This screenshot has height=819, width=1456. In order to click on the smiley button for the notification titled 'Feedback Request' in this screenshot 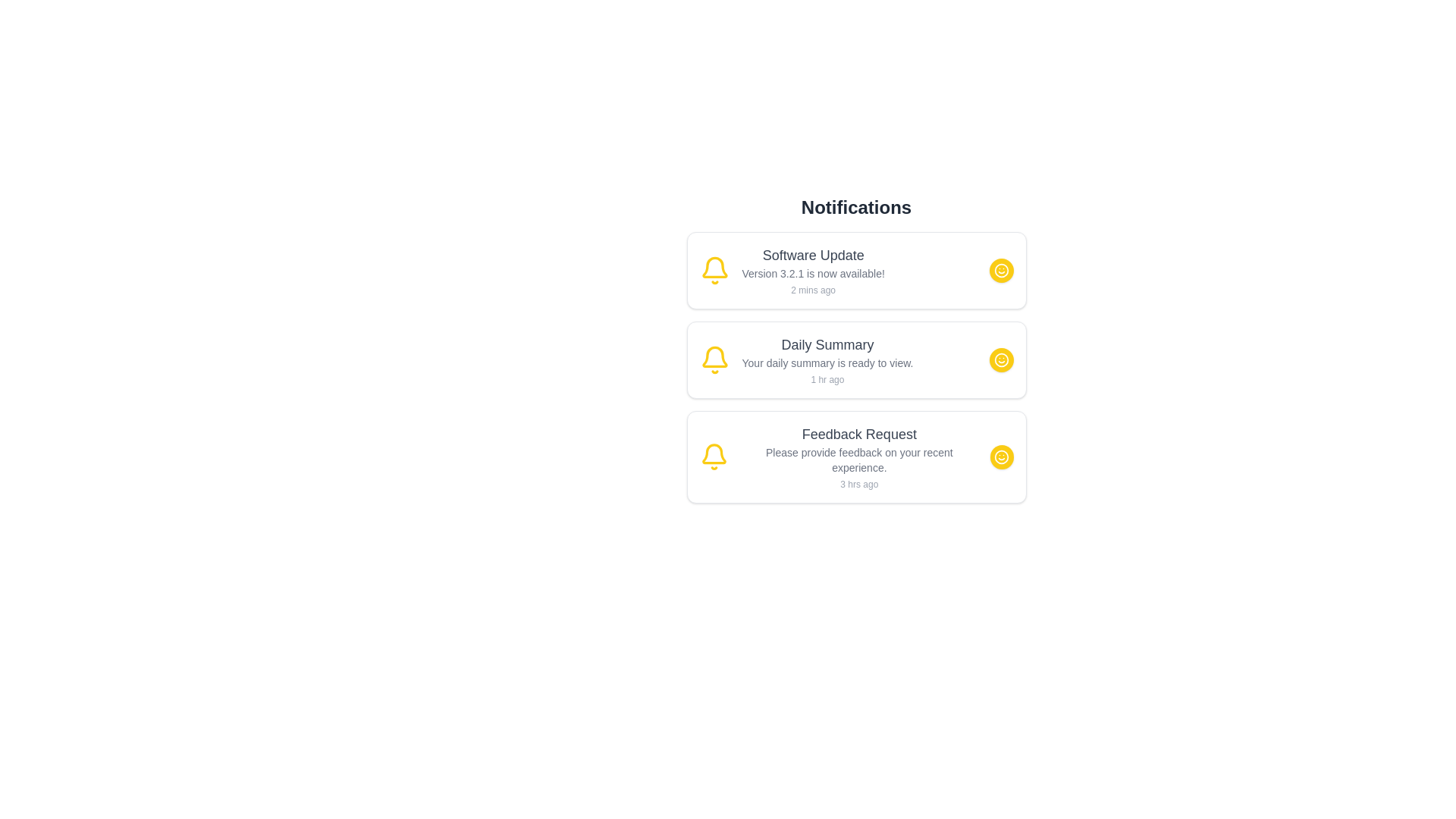, I will do `click(1001, 456)`.